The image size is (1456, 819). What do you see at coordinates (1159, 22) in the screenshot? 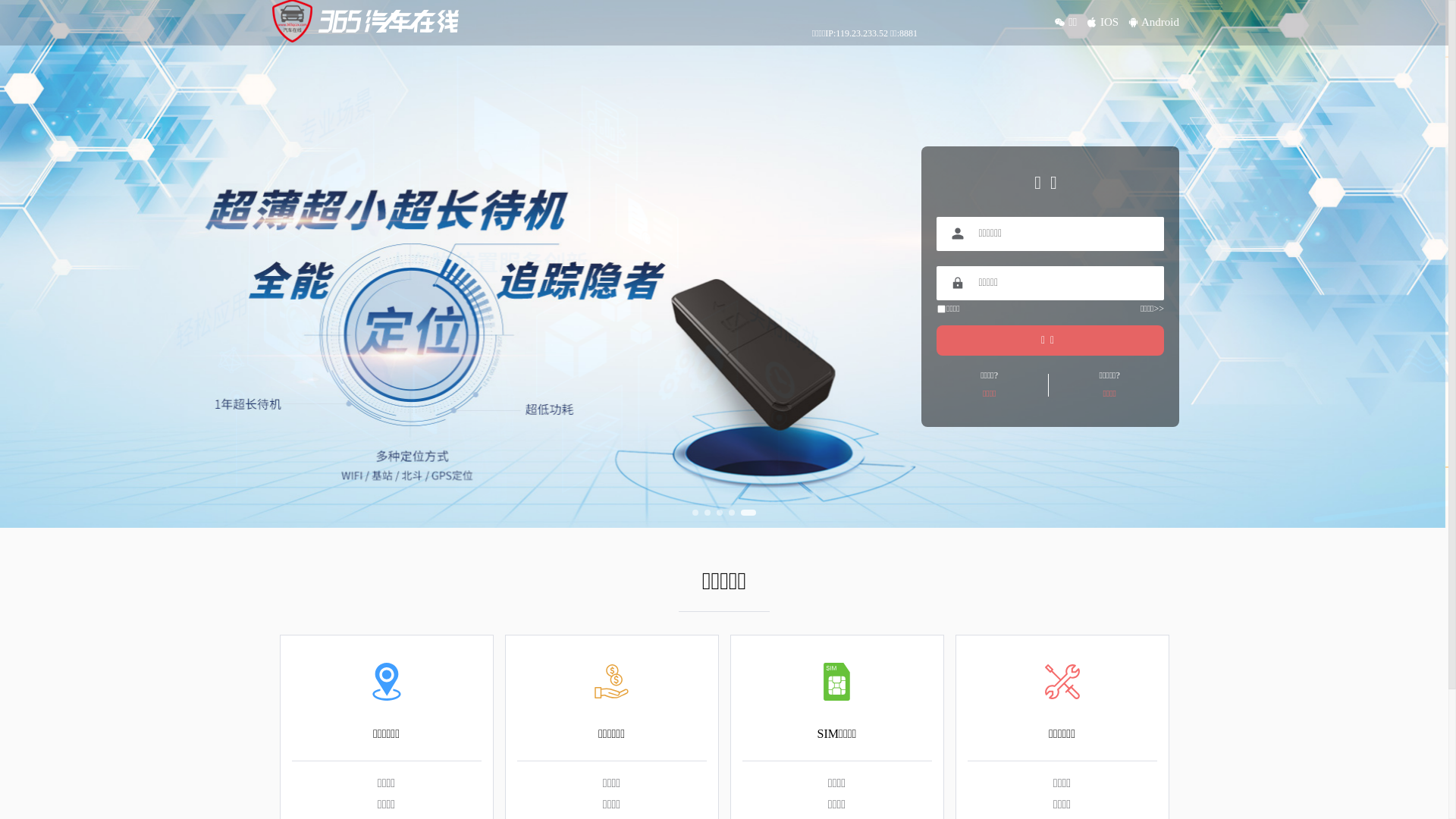
I see `'Android'` at bounding box center [1159, 22].